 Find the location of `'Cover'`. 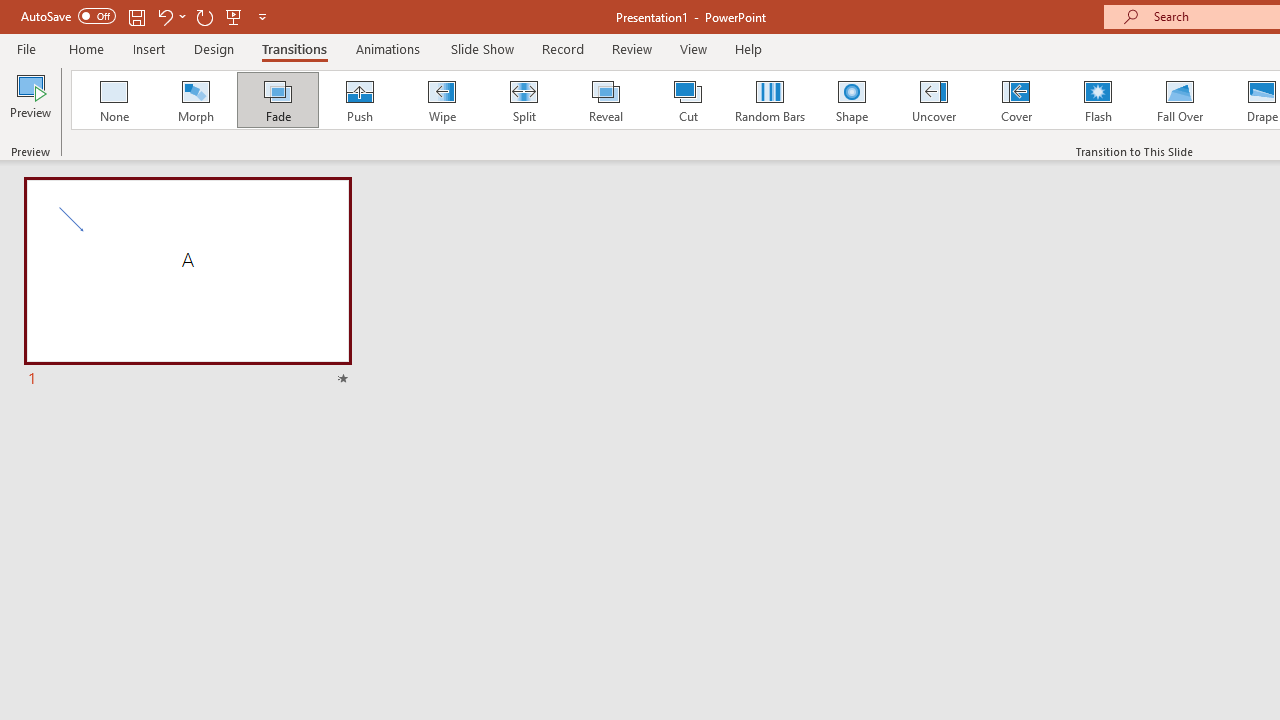

'Cover' is located at coordinates (1016, 100).